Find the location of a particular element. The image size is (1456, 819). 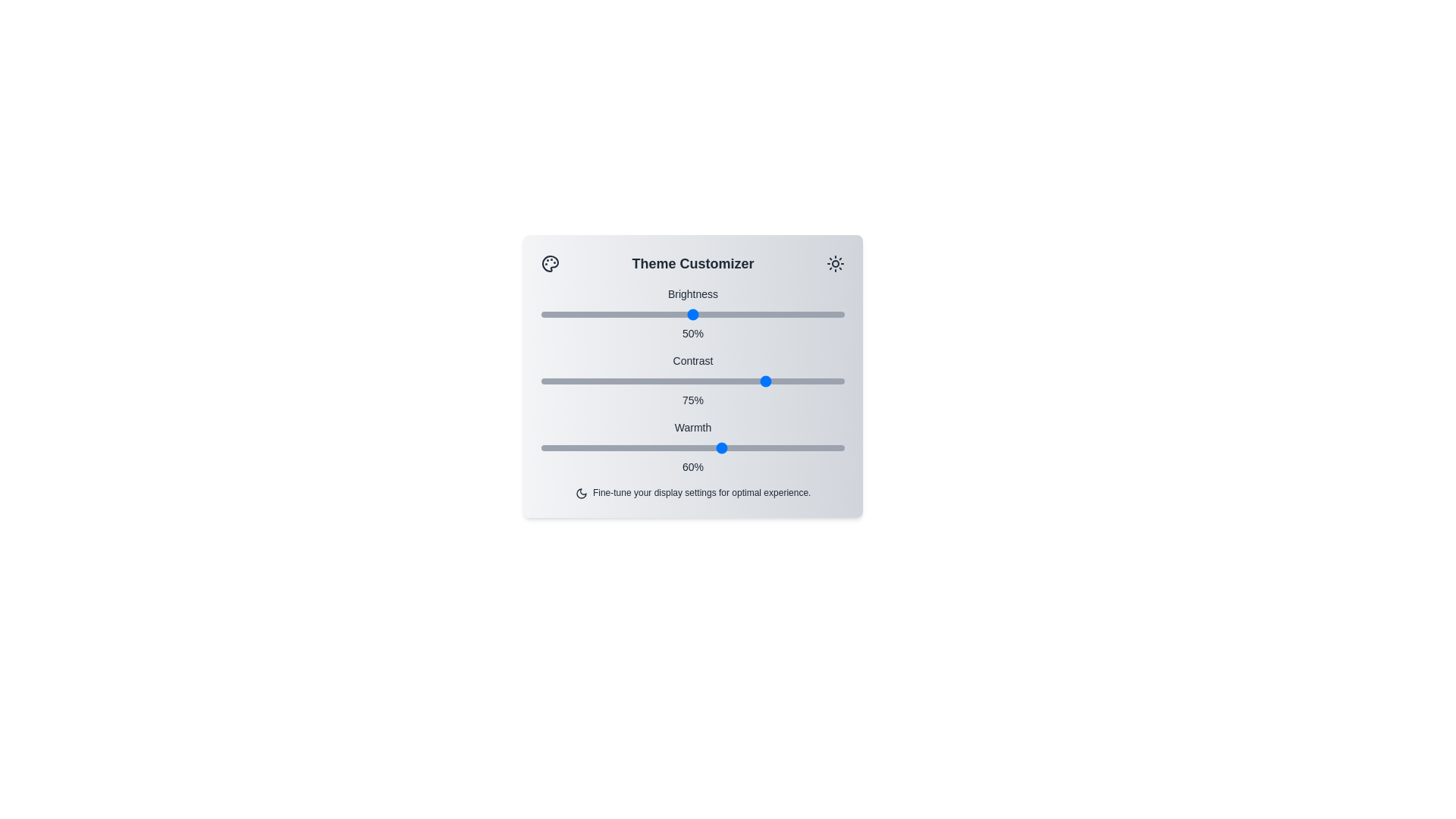

the warmth slider to 48% by clicking or dragging is located at coordinates (686, 447).